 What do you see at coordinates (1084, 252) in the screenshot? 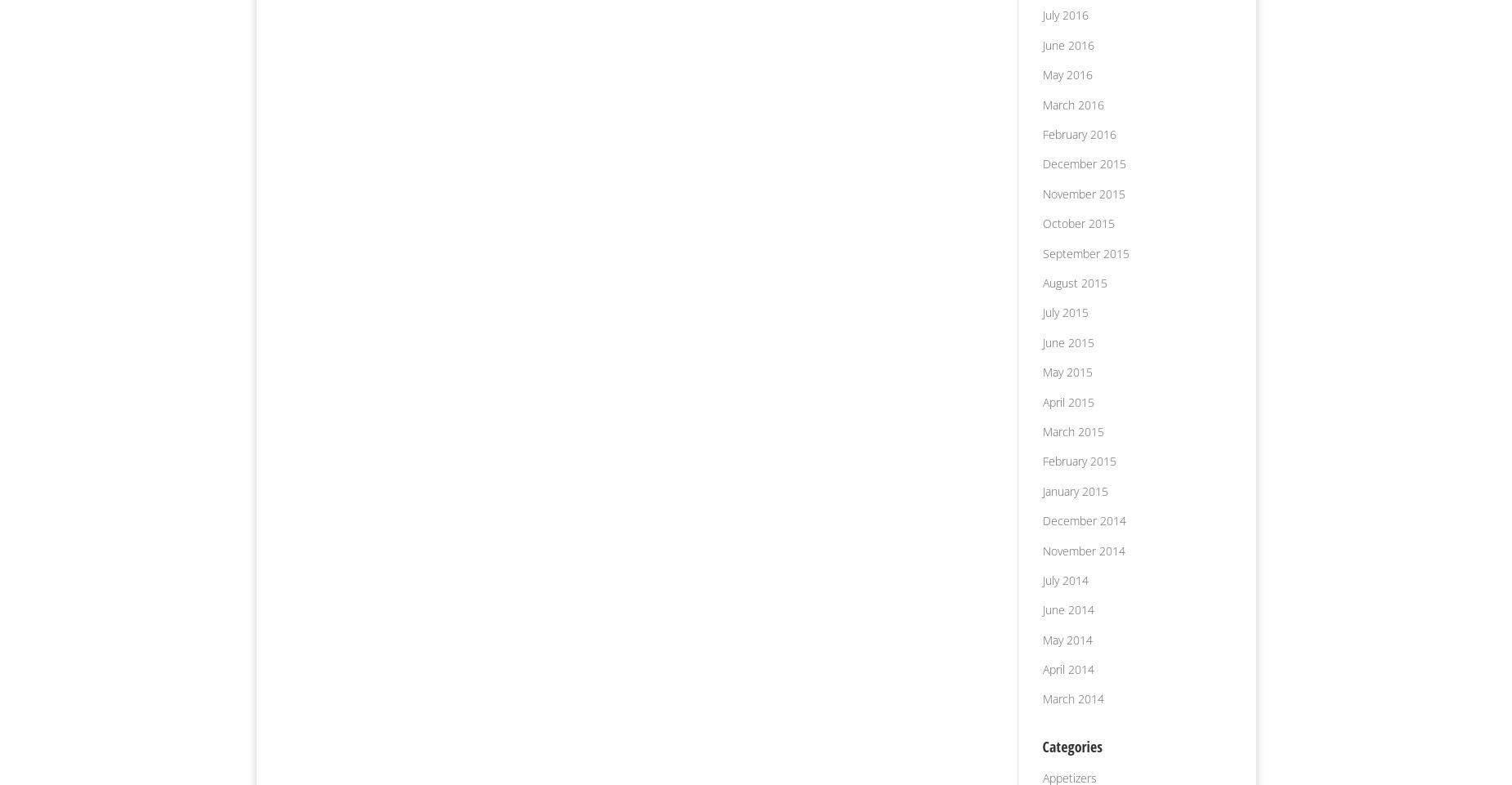
I see `'September 2015'` at bounding box center [1084, 252].